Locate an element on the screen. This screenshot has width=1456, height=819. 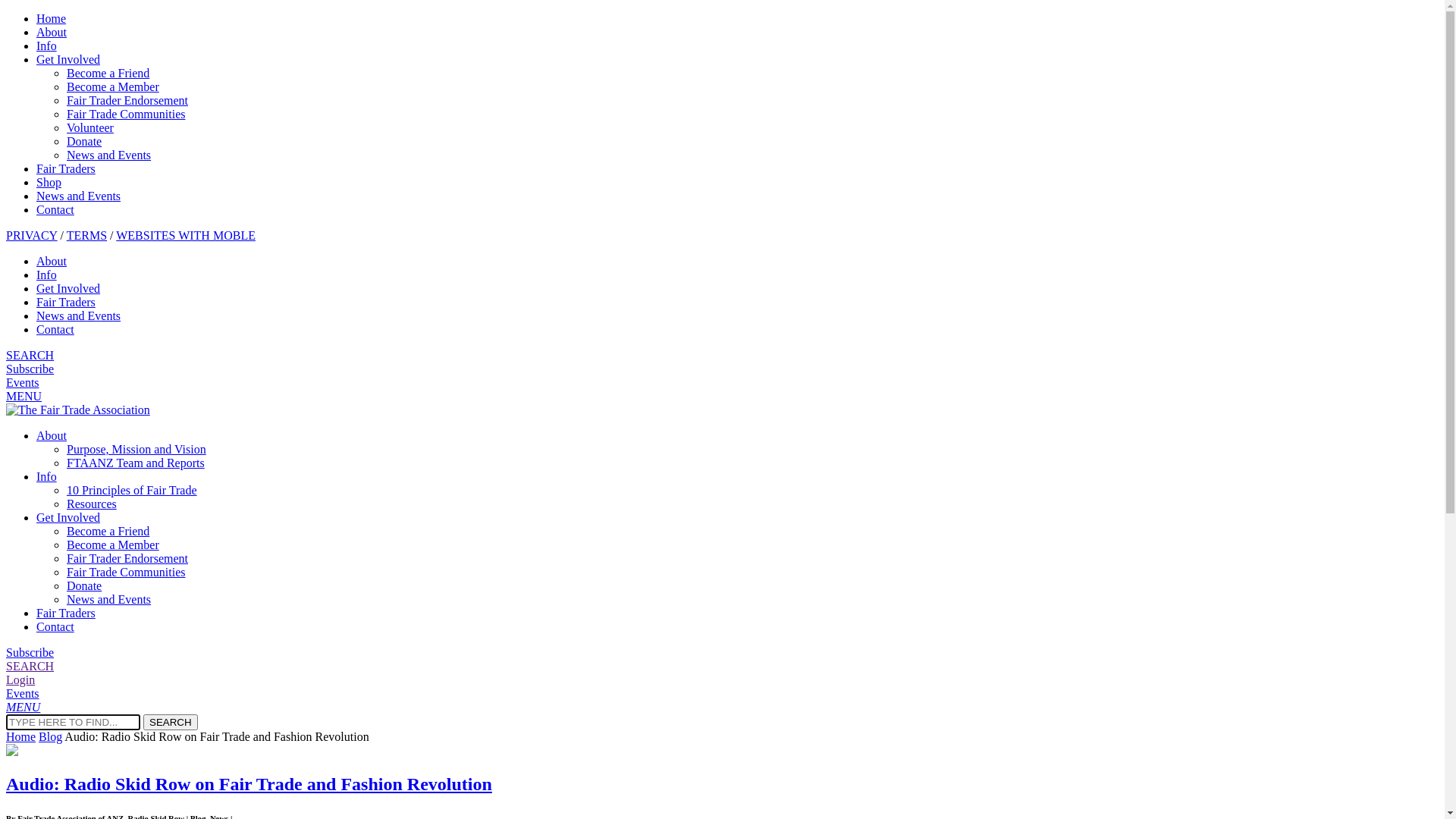
'Login' is located at coordinates (20, 679).